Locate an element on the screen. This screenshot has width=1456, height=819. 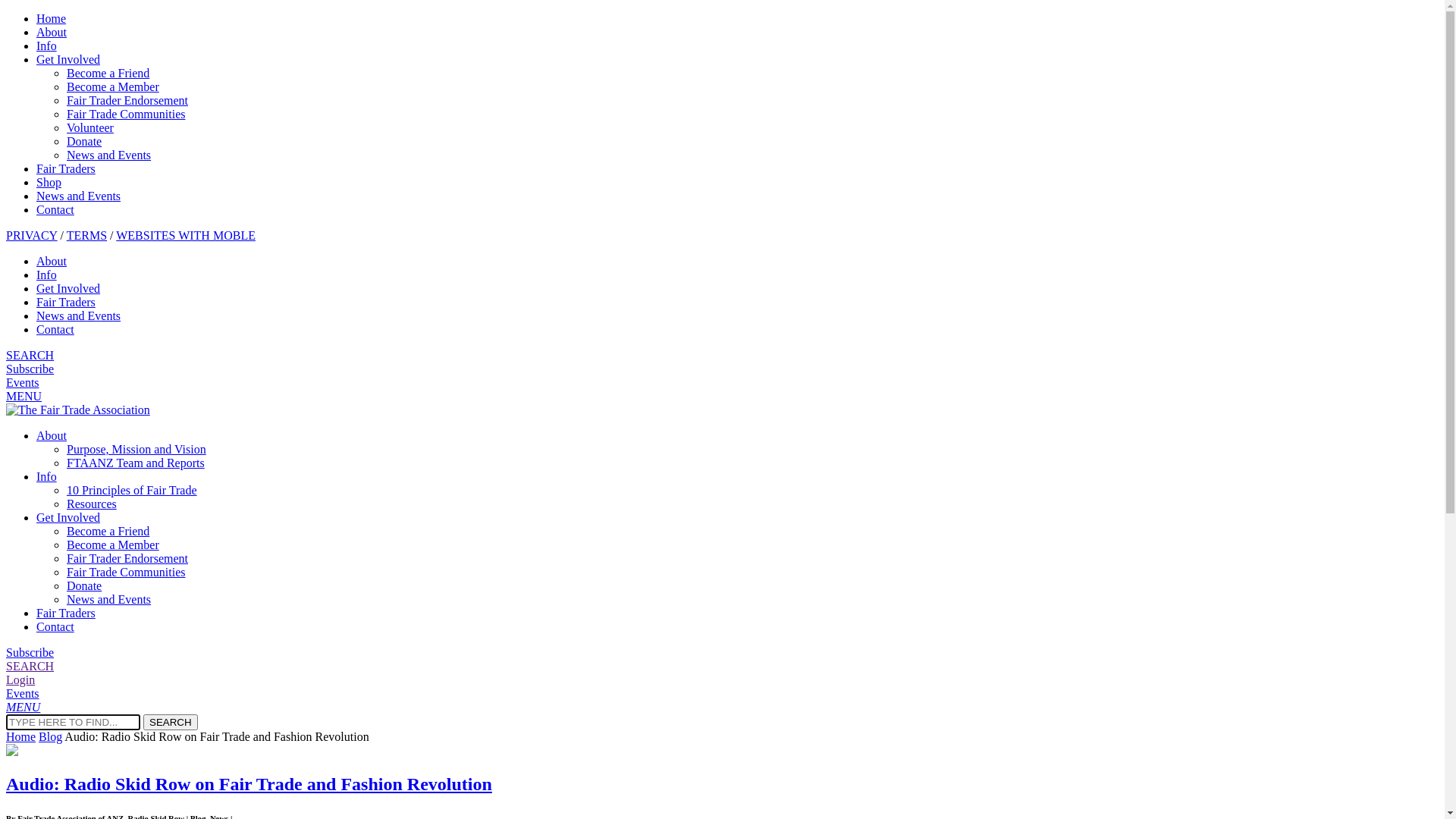
'Login' is located at coordinates (20, 679).